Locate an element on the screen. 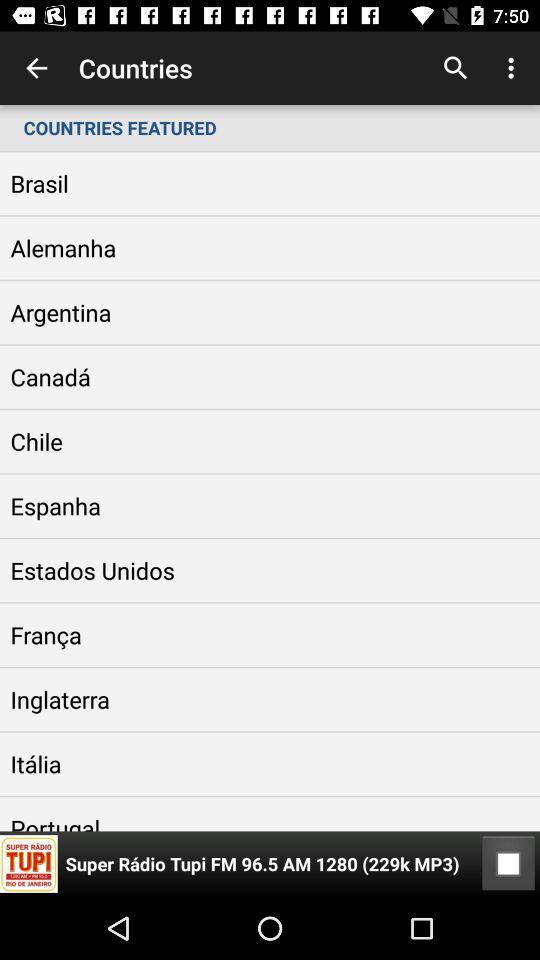 The image size is (540, 960). the icon above countries featured is located at coordinates (36, 68).